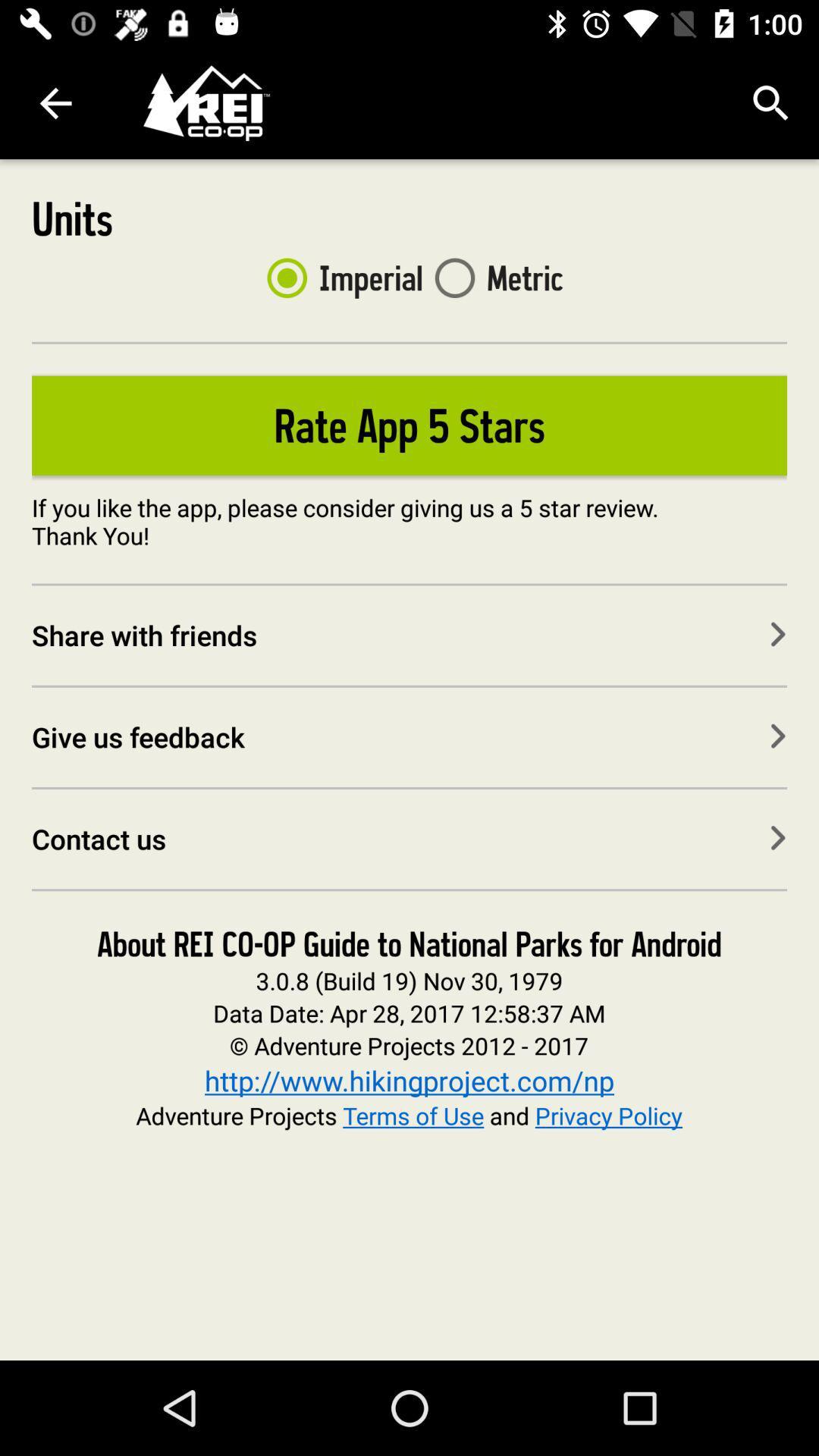 This screenshot has height=1456, width=819. I want to click on the http www hikingproject icon, so click(409, 1080).